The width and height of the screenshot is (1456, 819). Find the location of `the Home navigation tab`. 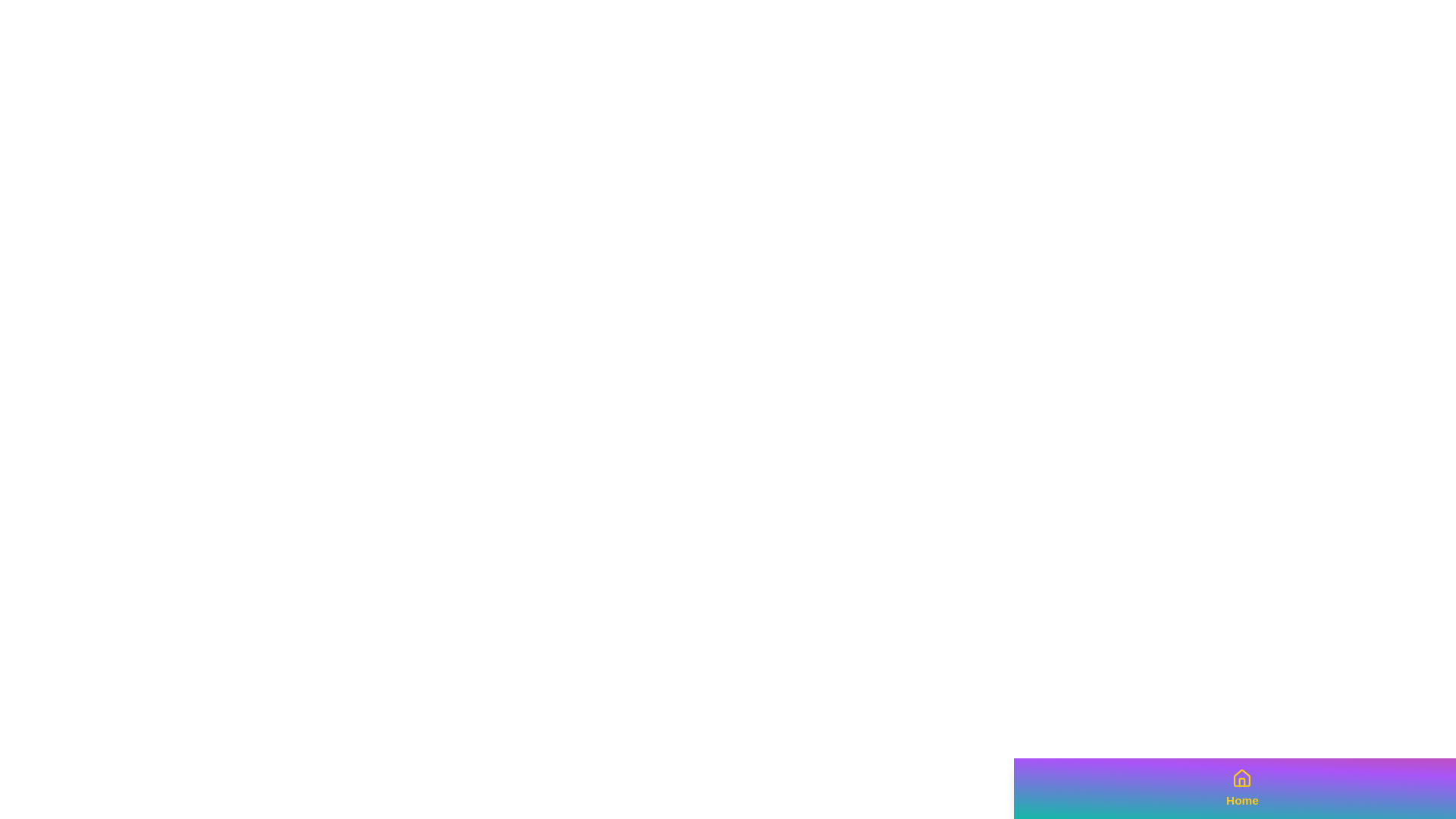

the Home navigation tab is located at coordinates (1241, 788).